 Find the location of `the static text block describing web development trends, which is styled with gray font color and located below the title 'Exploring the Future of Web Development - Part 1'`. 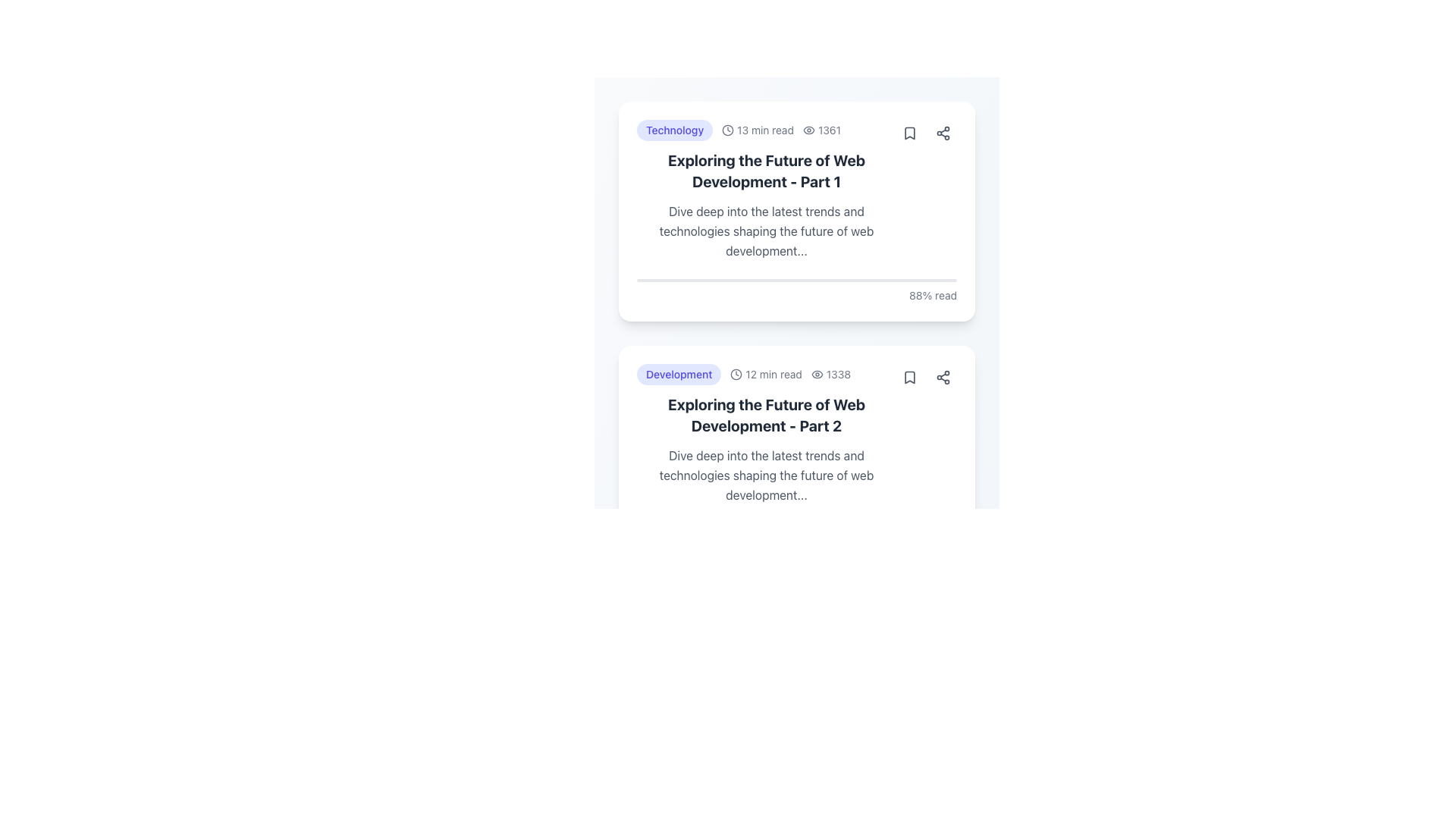

the static text block describing web development trends, which is styled with gray font color and located below the title 'Exploring the Future of Web Development - Part 1' is located at coordinates (767, 231).